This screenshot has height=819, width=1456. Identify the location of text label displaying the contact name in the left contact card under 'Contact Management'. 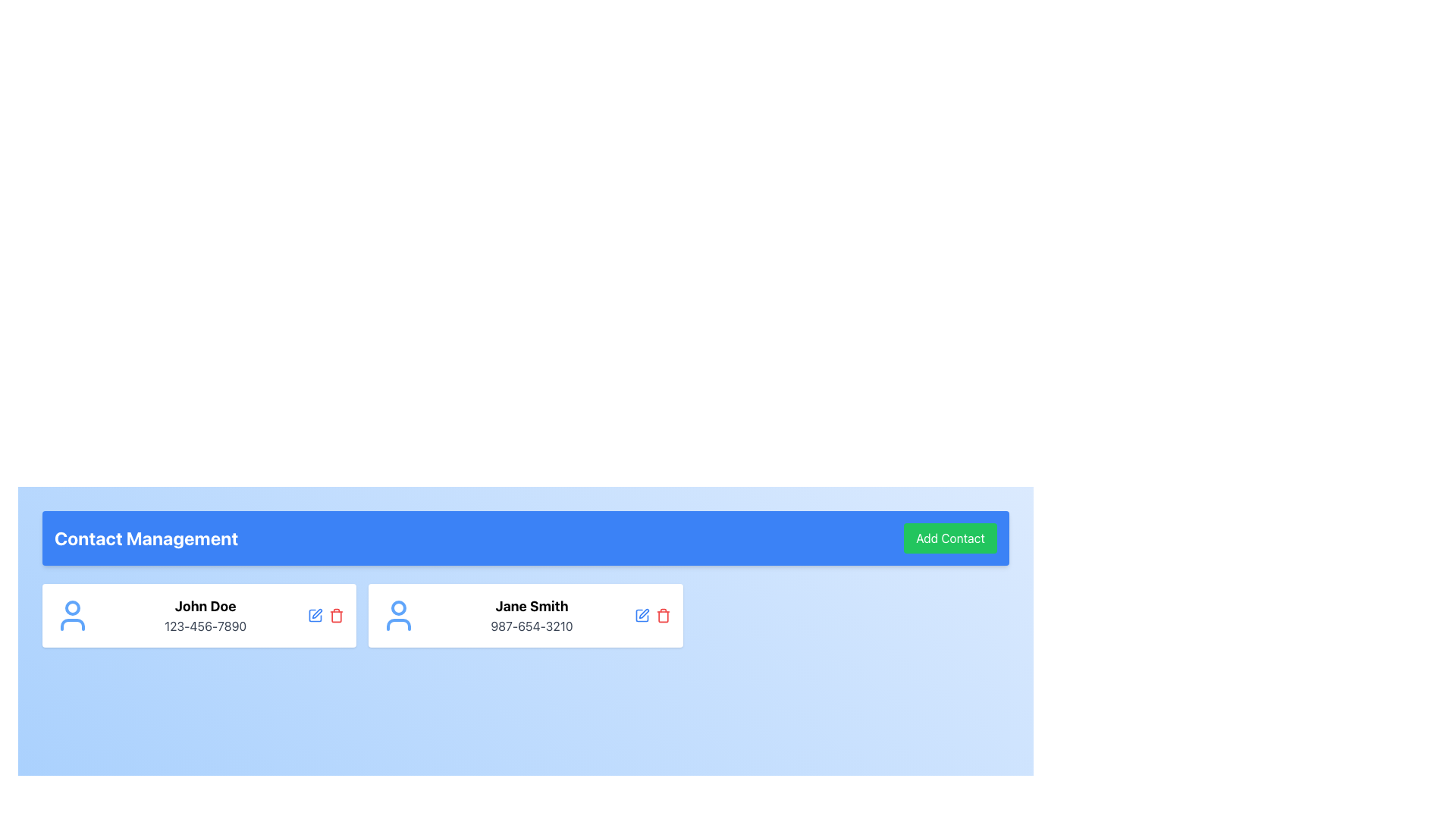
(205, 605).